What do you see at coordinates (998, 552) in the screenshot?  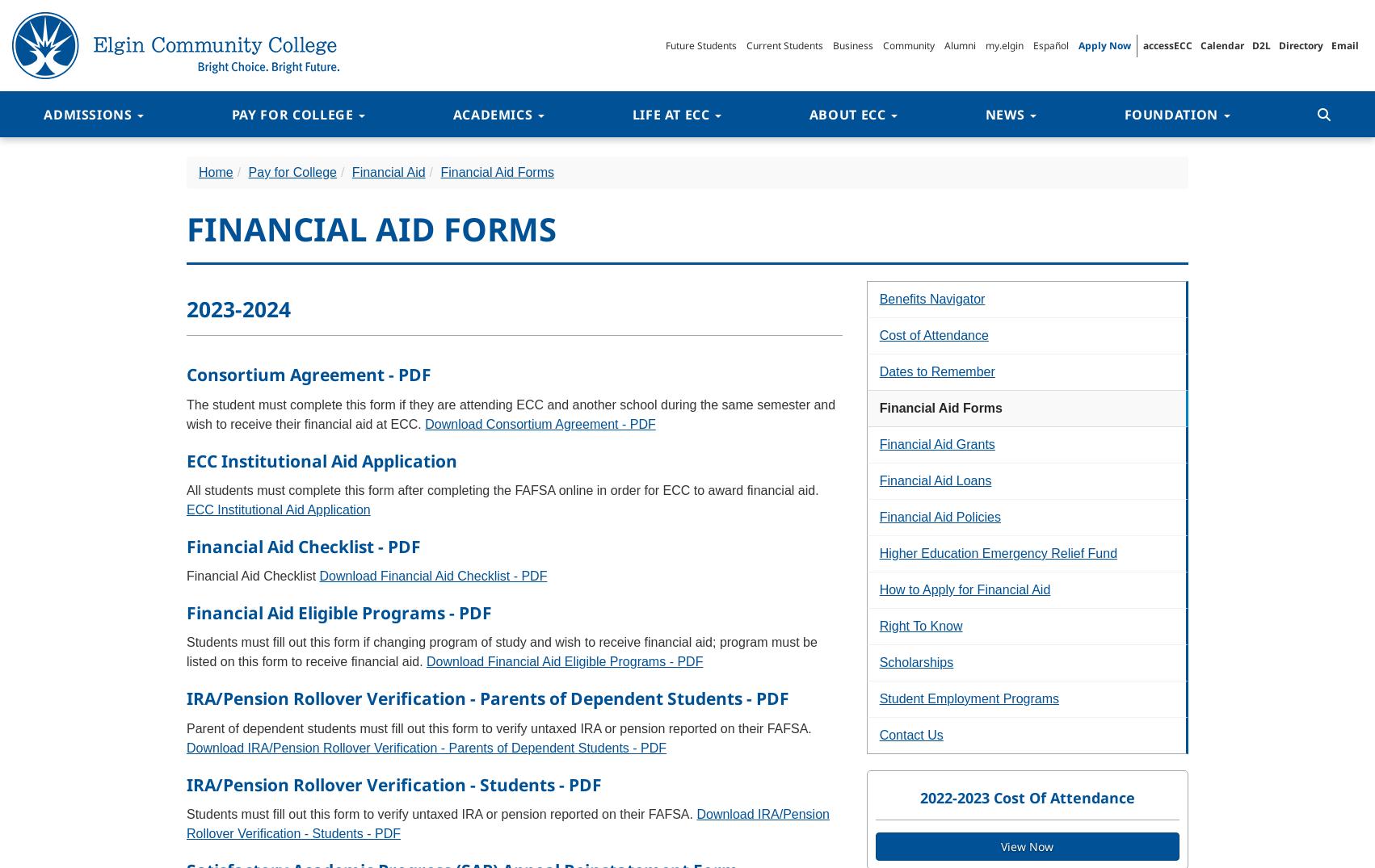 I see `'Higher Education Emergency Relief Fund'` at bounding box center [998, 552].